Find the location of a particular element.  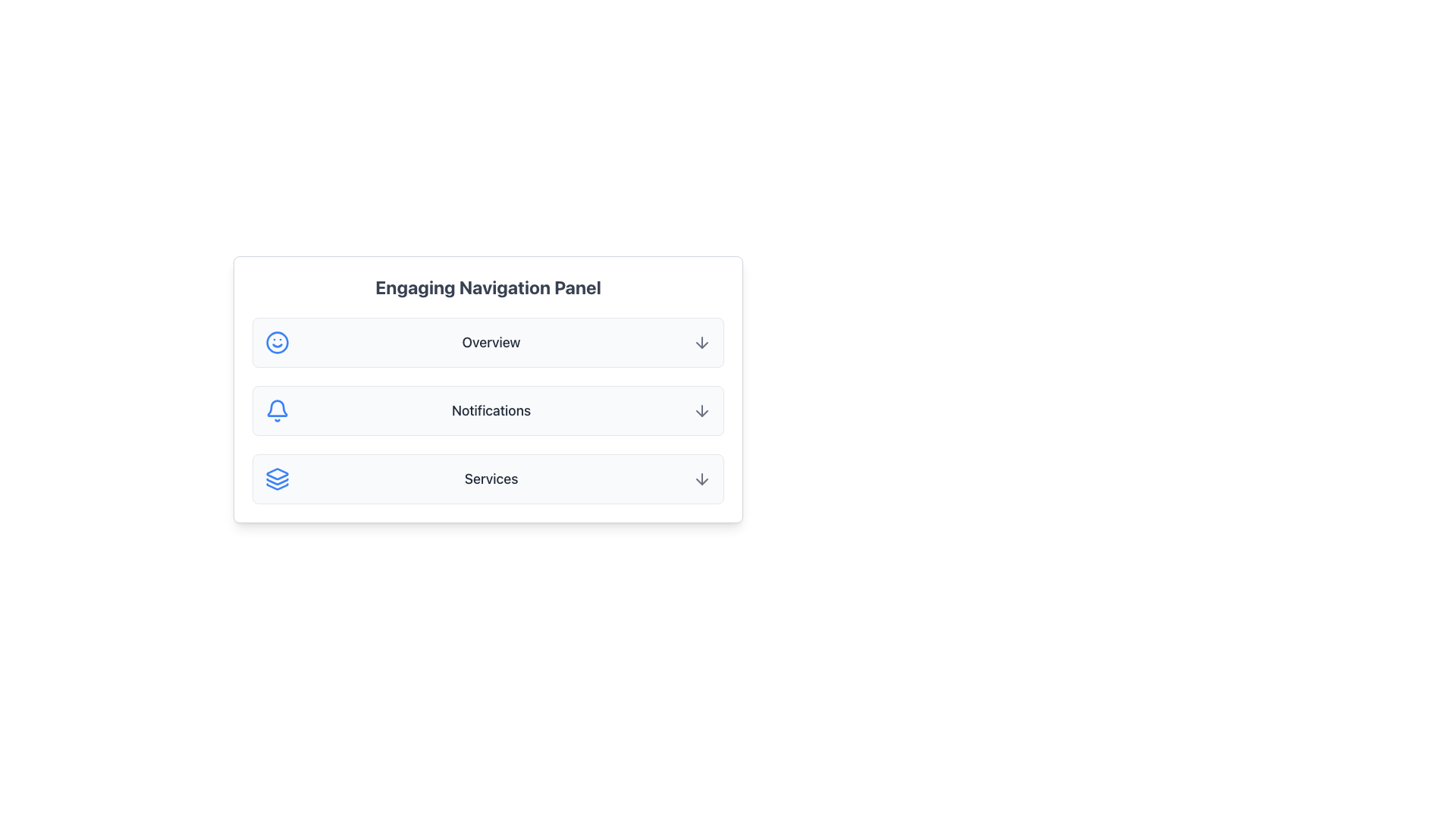

the notifications button located in the middle of the navigation panel, positioned between the 'Overview' and 'Services' options is located at coordinates (488, 411).